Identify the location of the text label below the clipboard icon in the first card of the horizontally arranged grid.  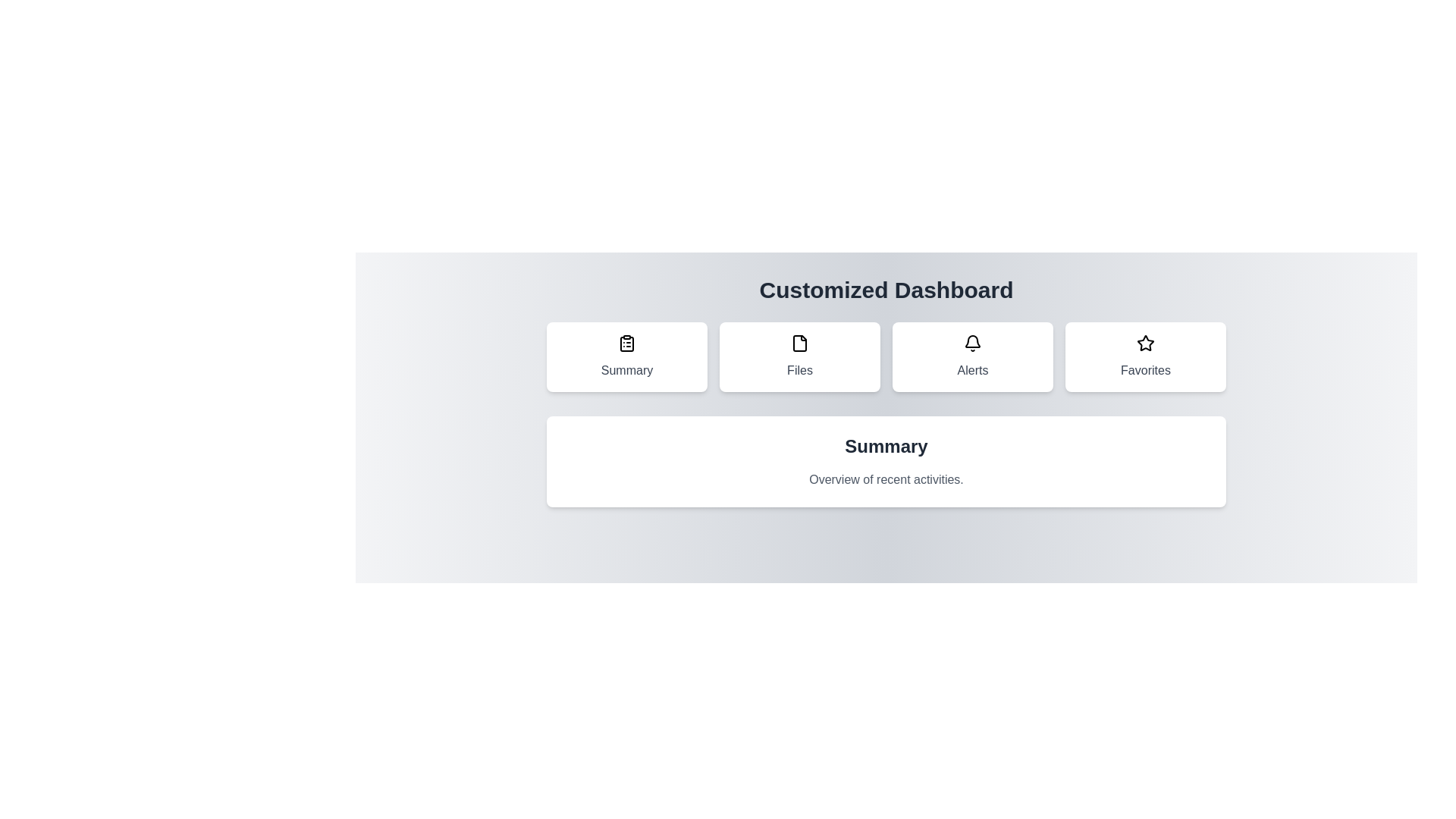
(626, 371).